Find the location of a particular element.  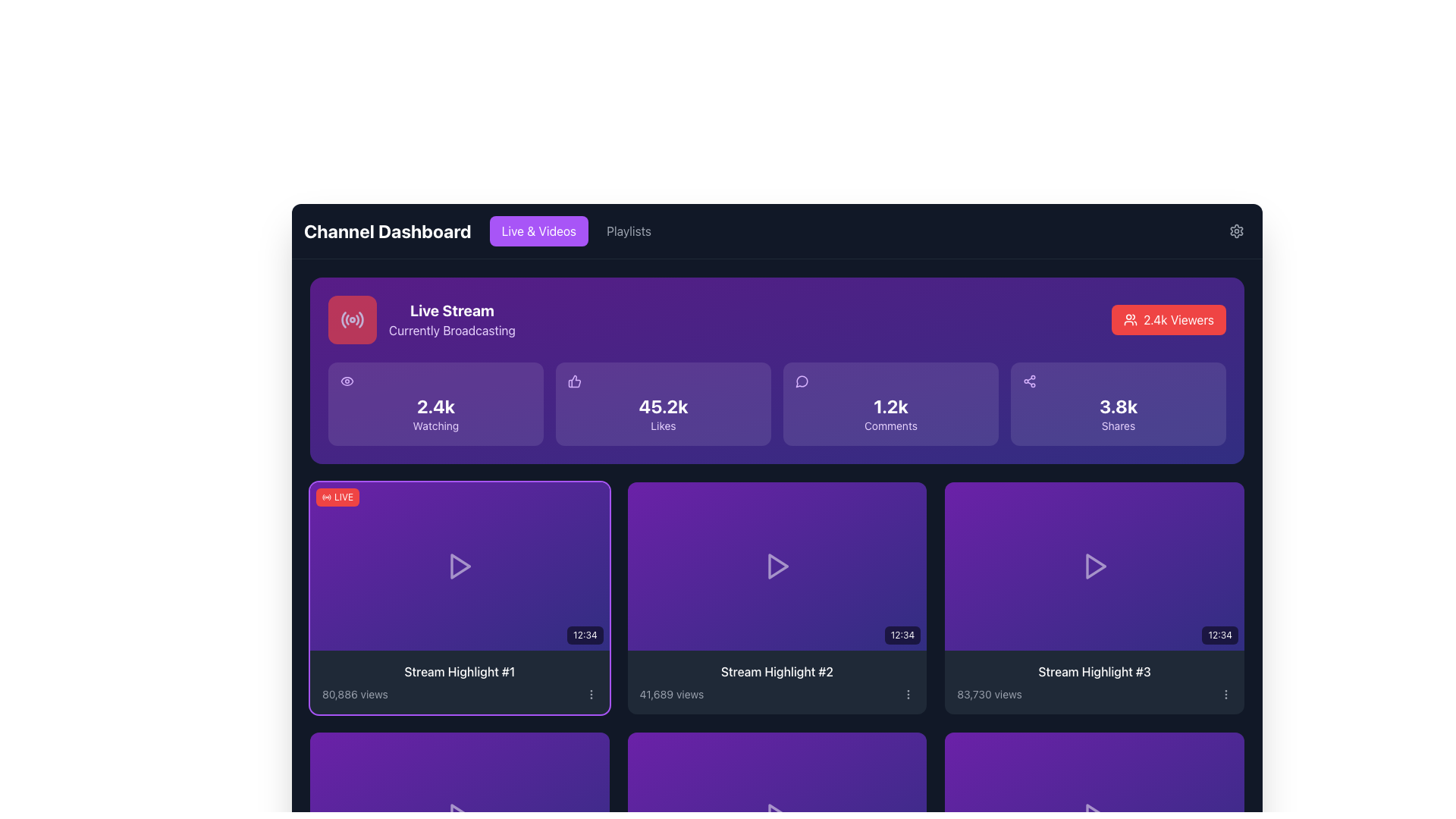

the 'Playlists' button is located at coordinates (629, 231).